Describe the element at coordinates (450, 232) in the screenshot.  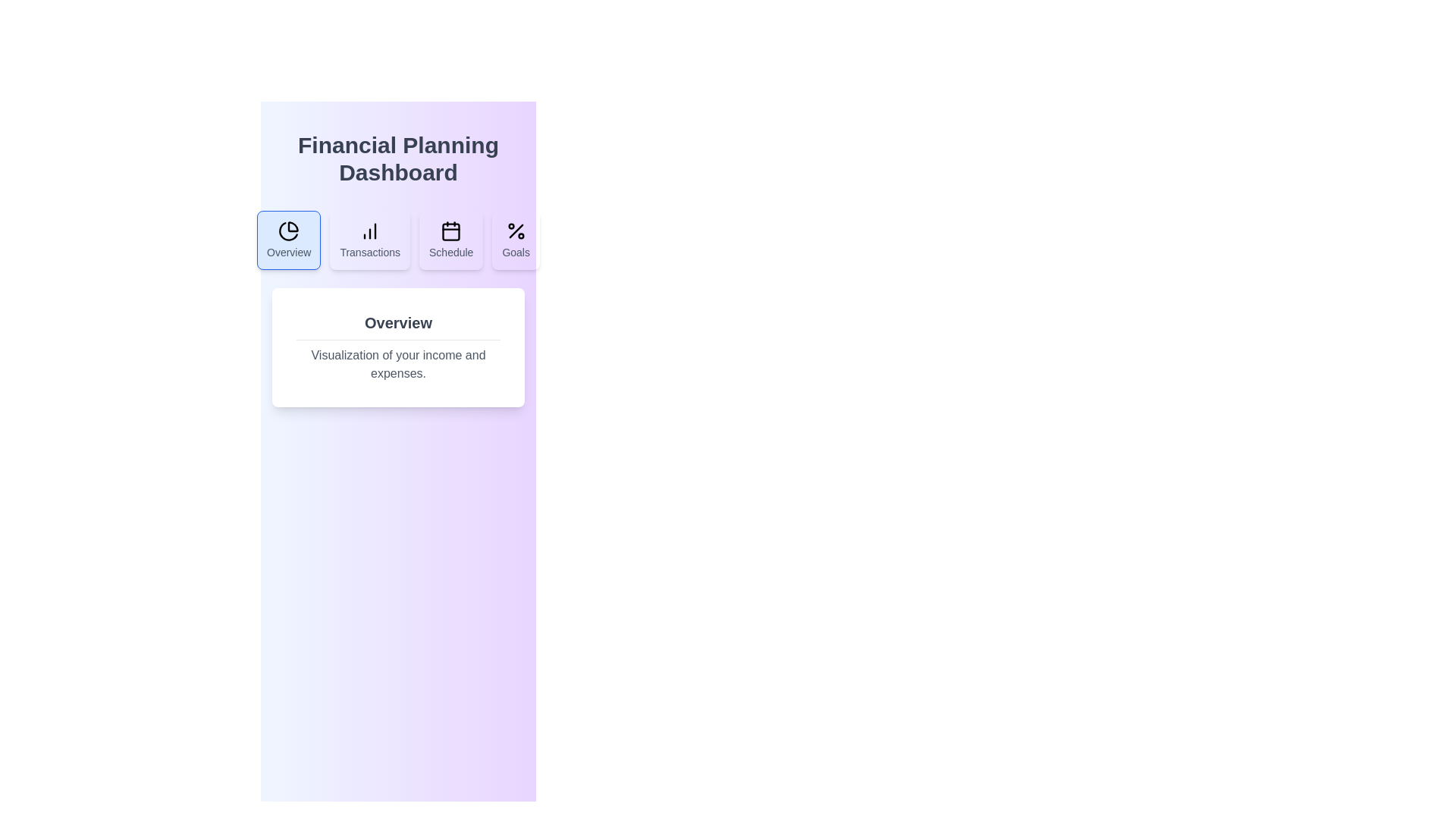
I see `the calendar icon in the navigation bar, which contains a rounded rectangle styled with a stroke and no fill, and is the third icon titled 'Schedule'` at that location.